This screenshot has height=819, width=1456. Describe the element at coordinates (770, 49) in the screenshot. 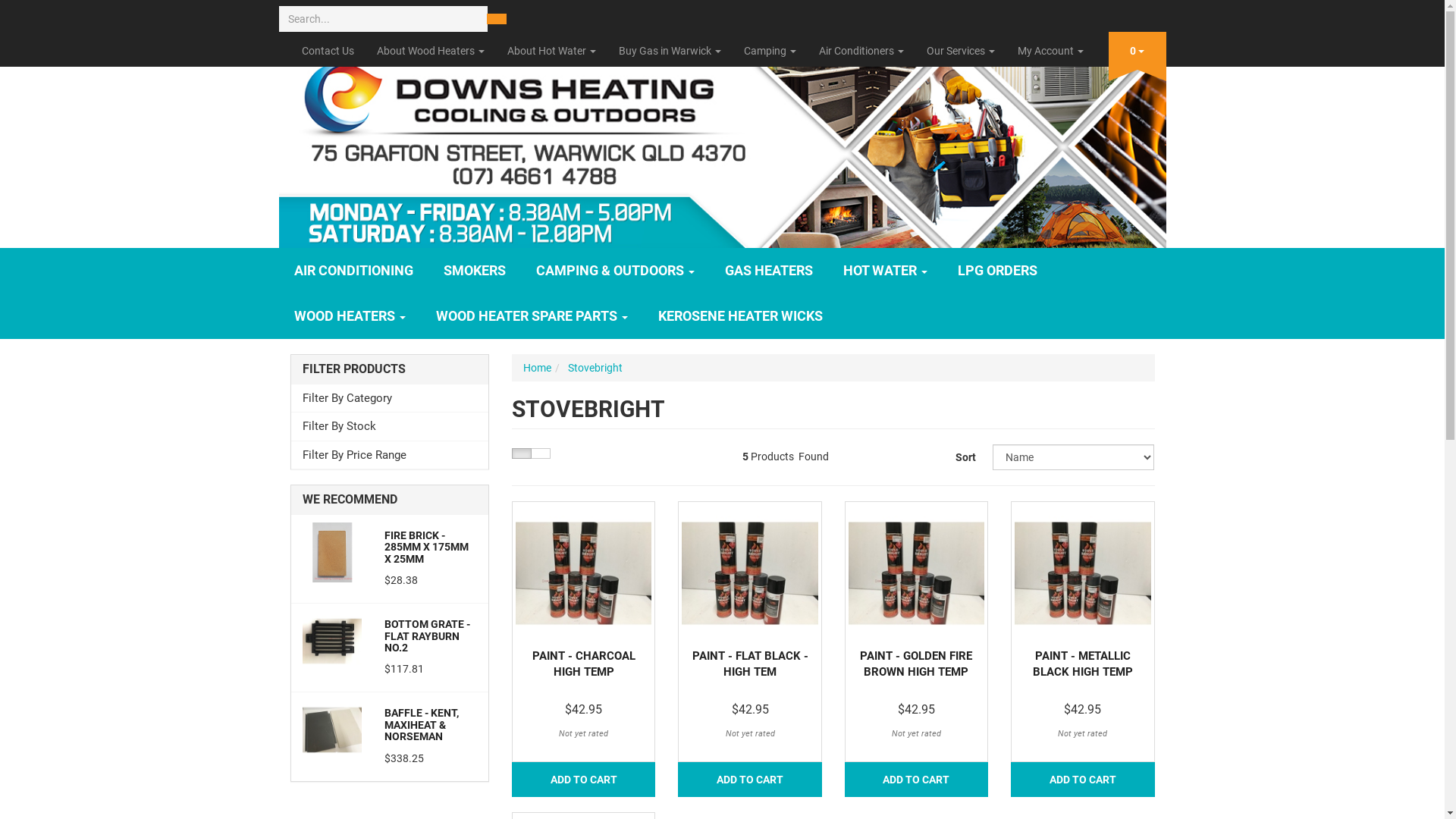

I see `'Camping'` at that location.